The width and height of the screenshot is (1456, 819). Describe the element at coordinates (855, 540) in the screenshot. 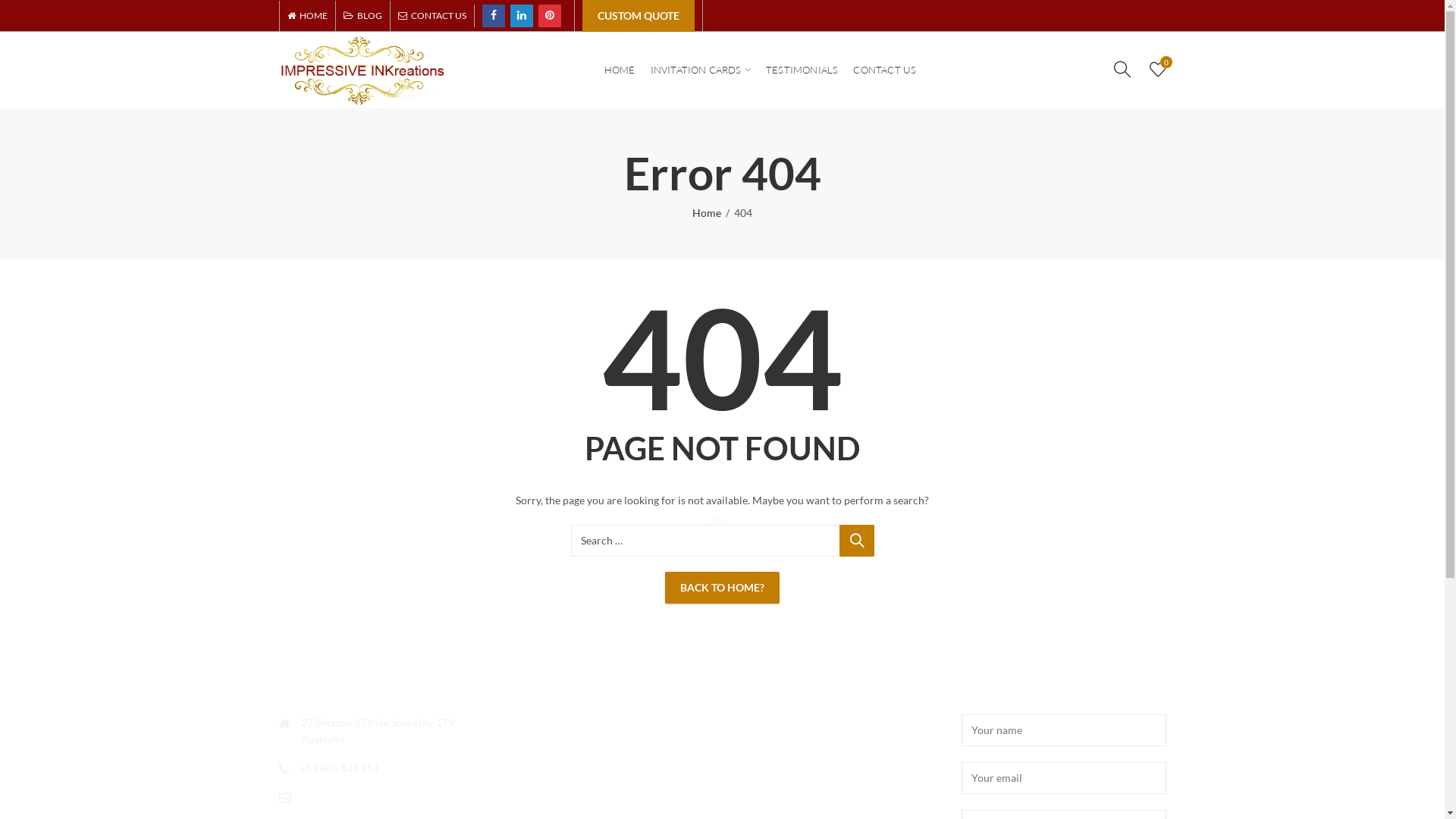

I see `'SEARCH'` at that location.